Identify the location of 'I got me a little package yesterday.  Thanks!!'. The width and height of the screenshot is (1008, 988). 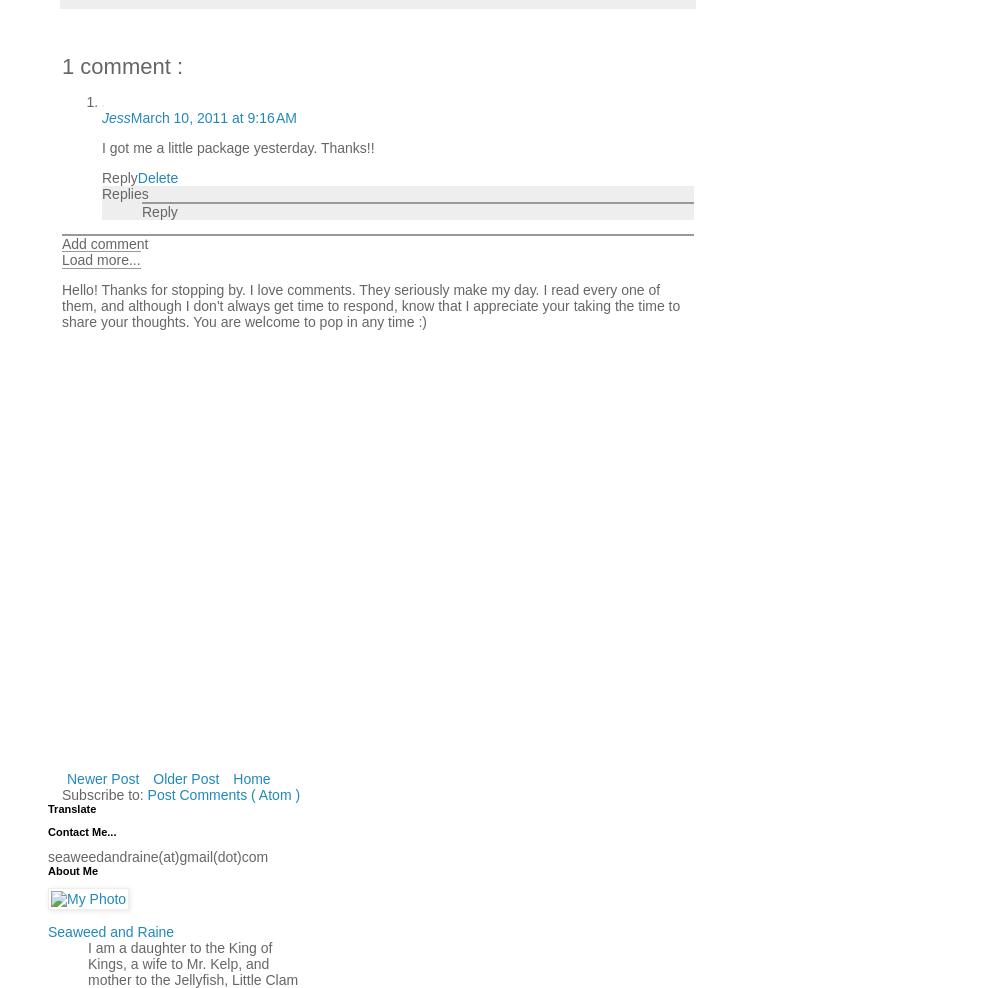
(237, 146).